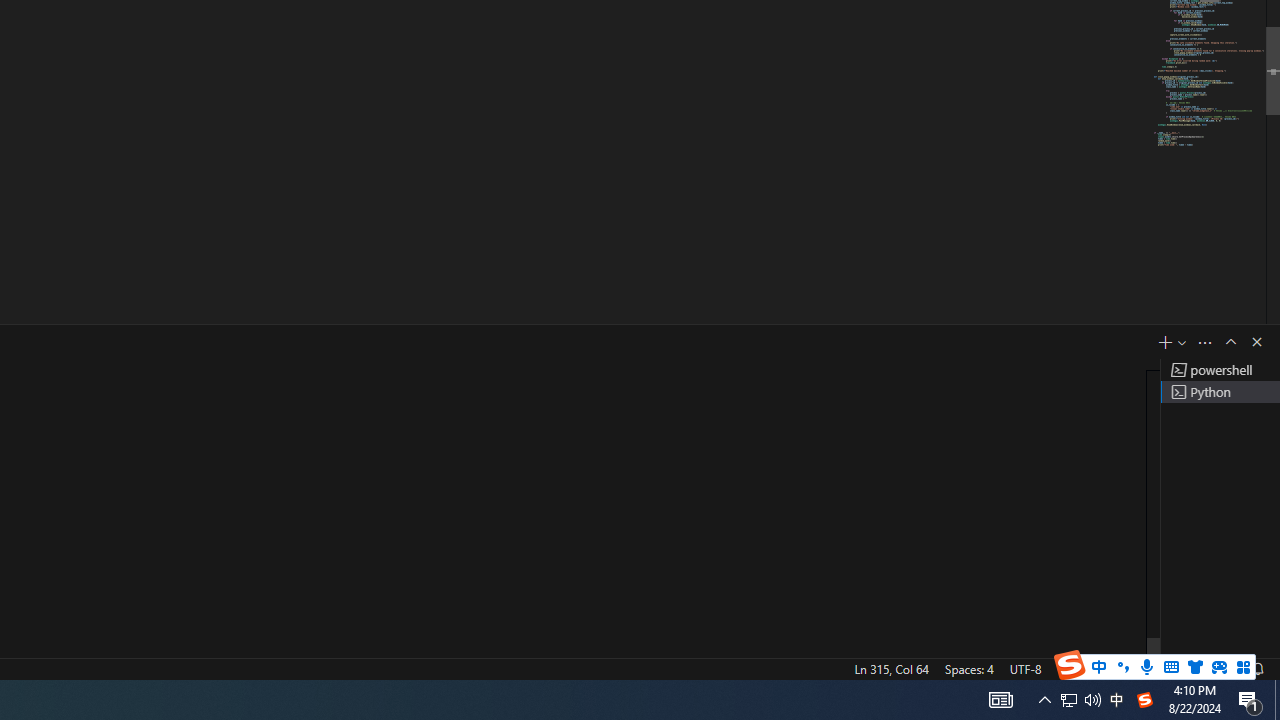 This screenshot has height=720, width=1280. I want to click on 'Views and More Actions...', so click(1204, 341).